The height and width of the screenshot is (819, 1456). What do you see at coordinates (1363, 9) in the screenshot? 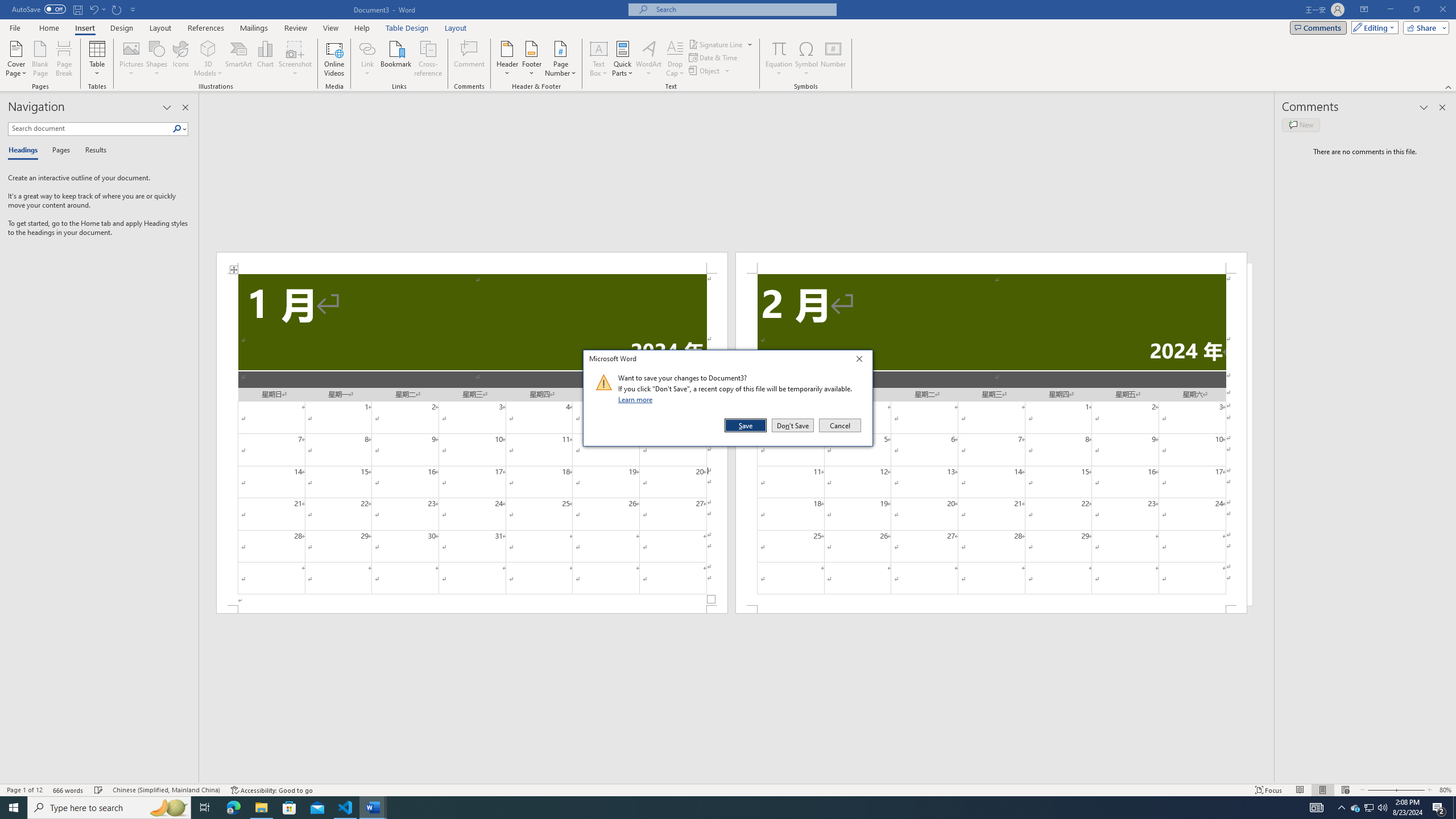
I see `'Ribbon Display Options'` at bounding box center [1363, 9].